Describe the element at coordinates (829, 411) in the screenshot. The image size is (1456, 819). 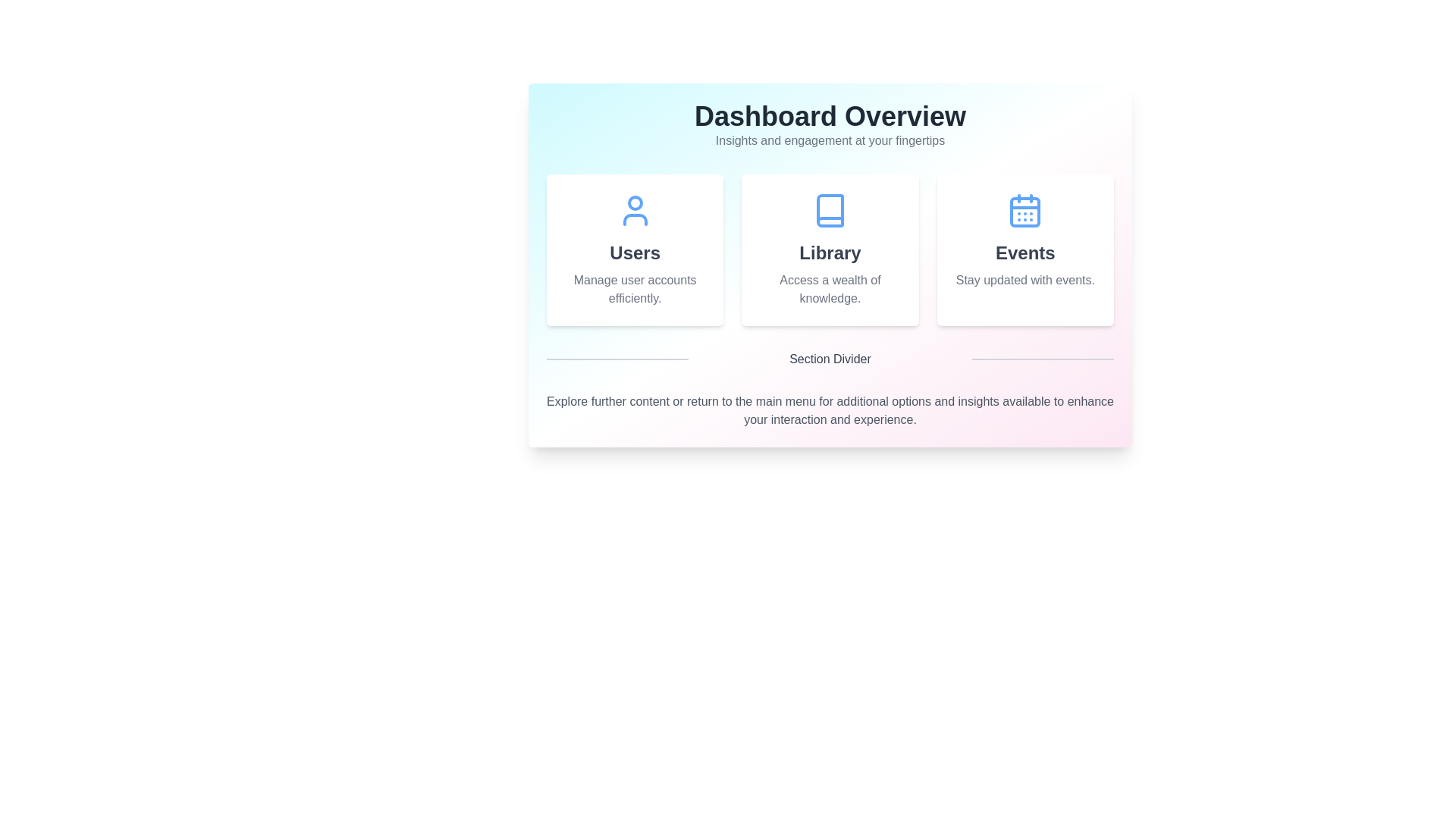
I see `the text content that reads 'Explore further content or return to the main menu for additional options and insights available to enhance your interaction and experience.', which is styled in a light text shade and located below the 'Section Divider' text` at that location.